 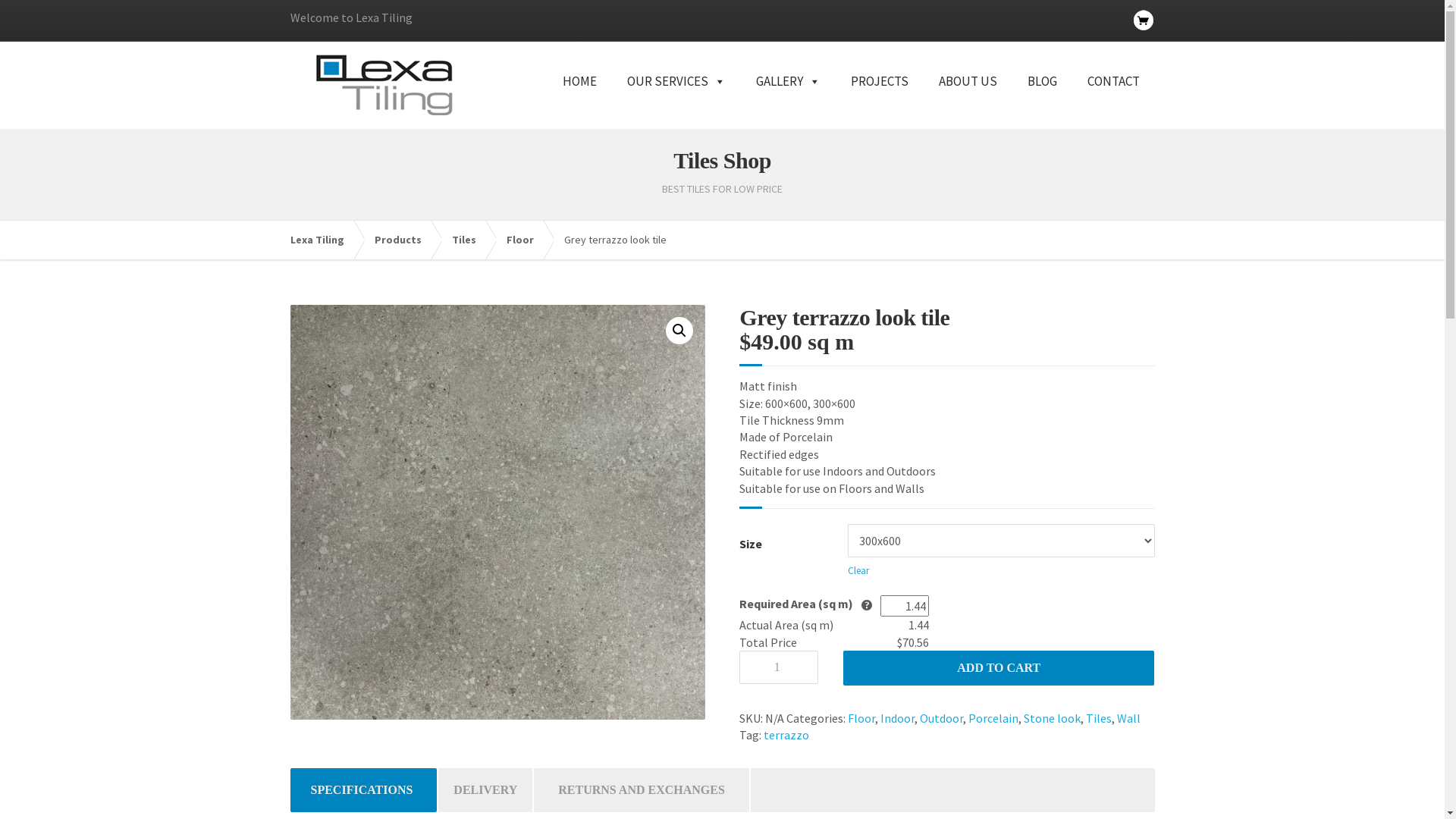 What do you see at coordinates (484, 789) in the screenshot?
I see `'DELIVERY'` at bounding box center [484, 789].